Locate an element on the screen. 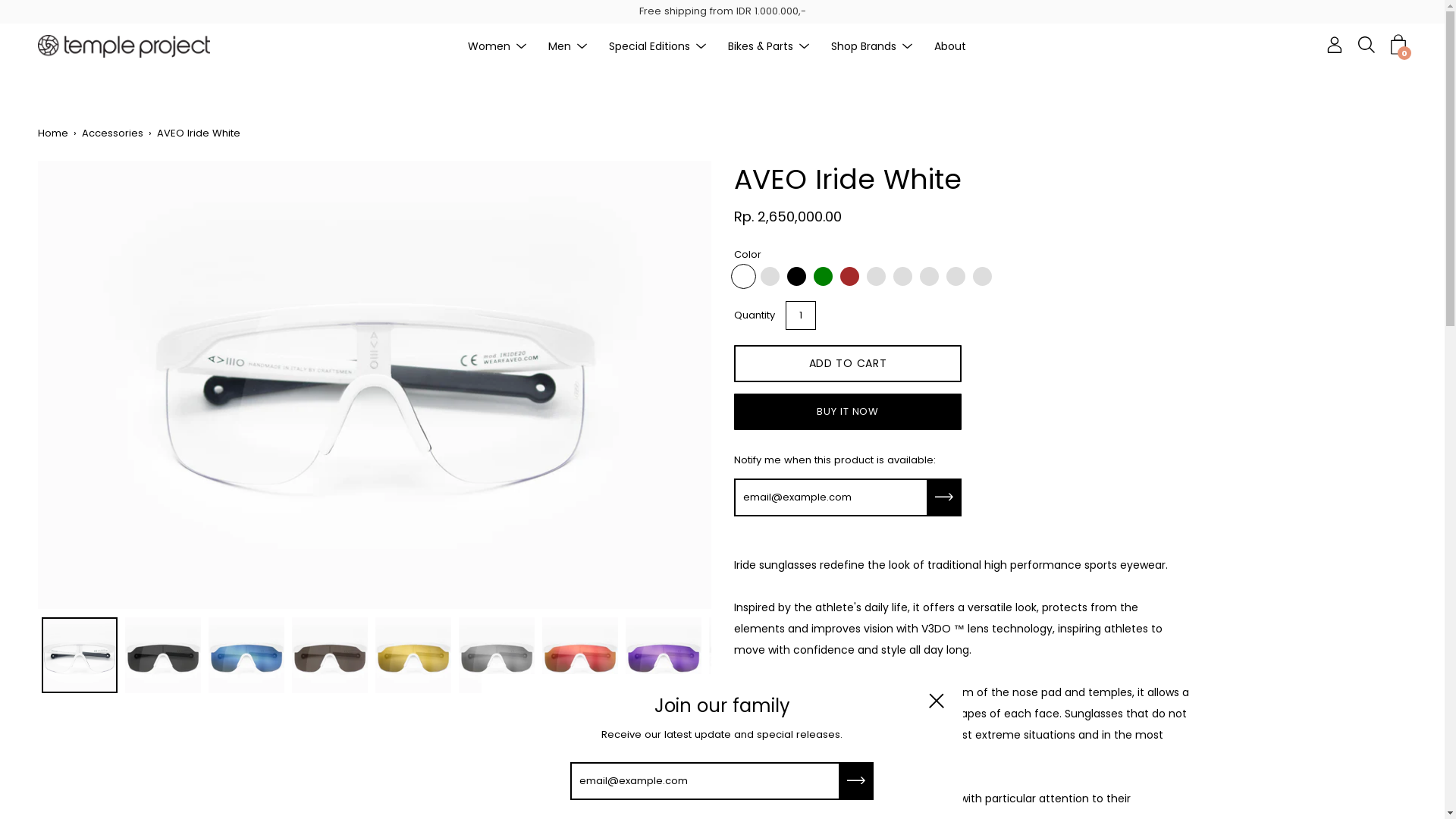 The image size is (1456, 819). 'BUY IT NOW' is located at coordinates (847, 412).